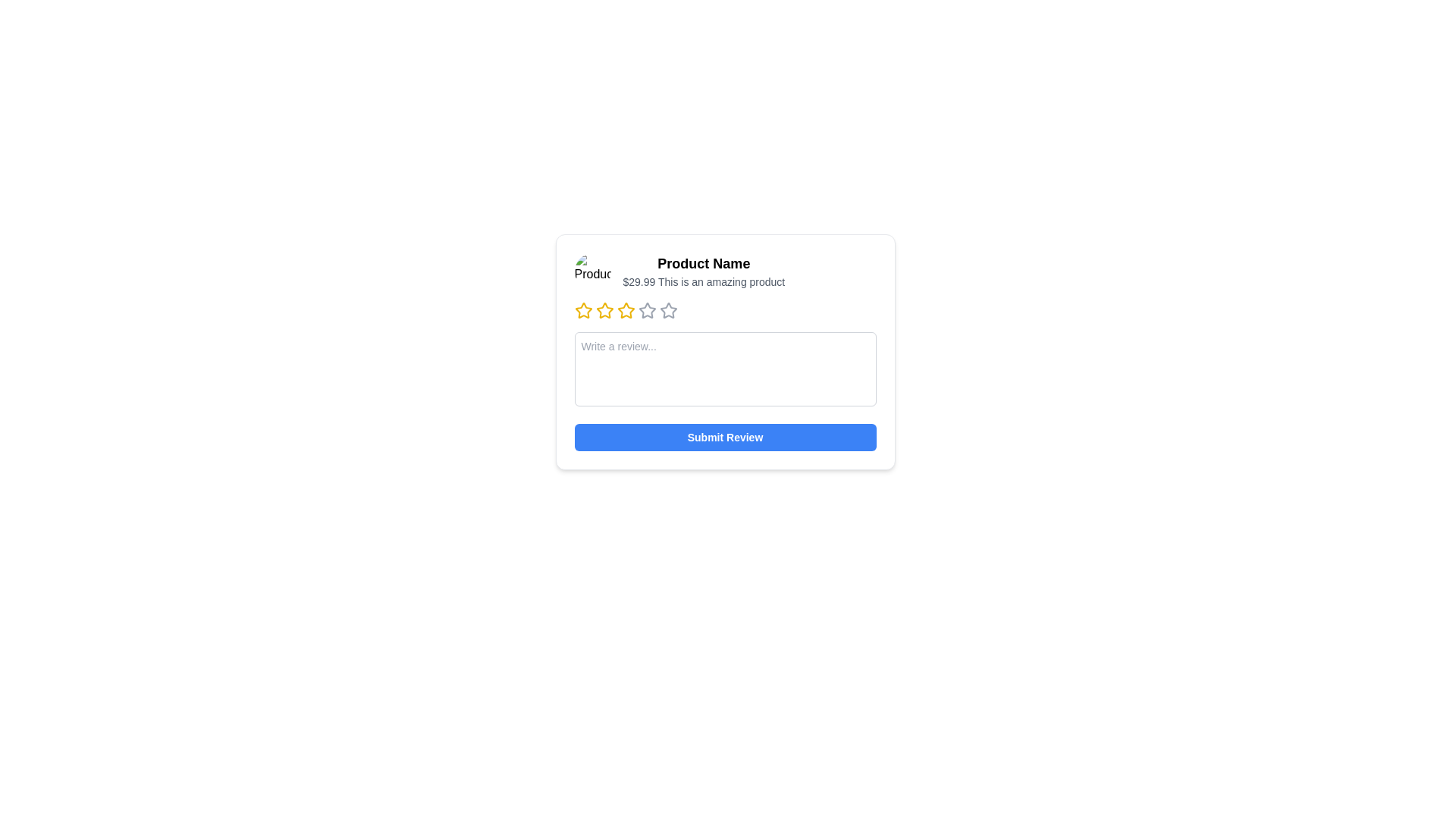 The width and height of the screenshot is (1456, 819). What do you see at coordinates (703, 262) in the screenshot?
I see `text label that displays 'Product Name', which is styled in bold and large font and is located at the upper-middle portion of the product card` at bounding box center [703, 262].